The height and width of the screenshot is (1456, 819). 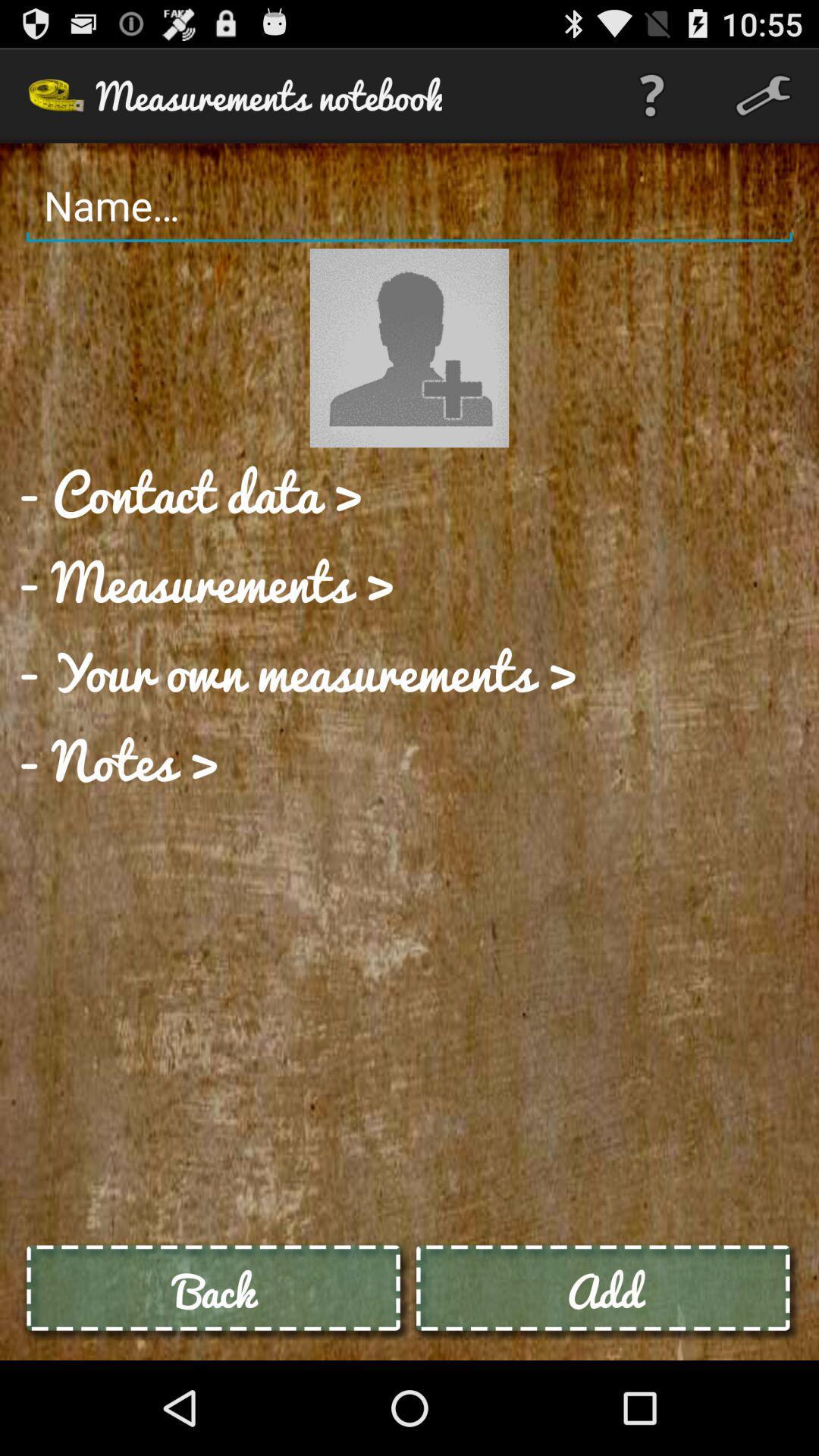 I want to click on app at the center, so click(x=298, y=670).